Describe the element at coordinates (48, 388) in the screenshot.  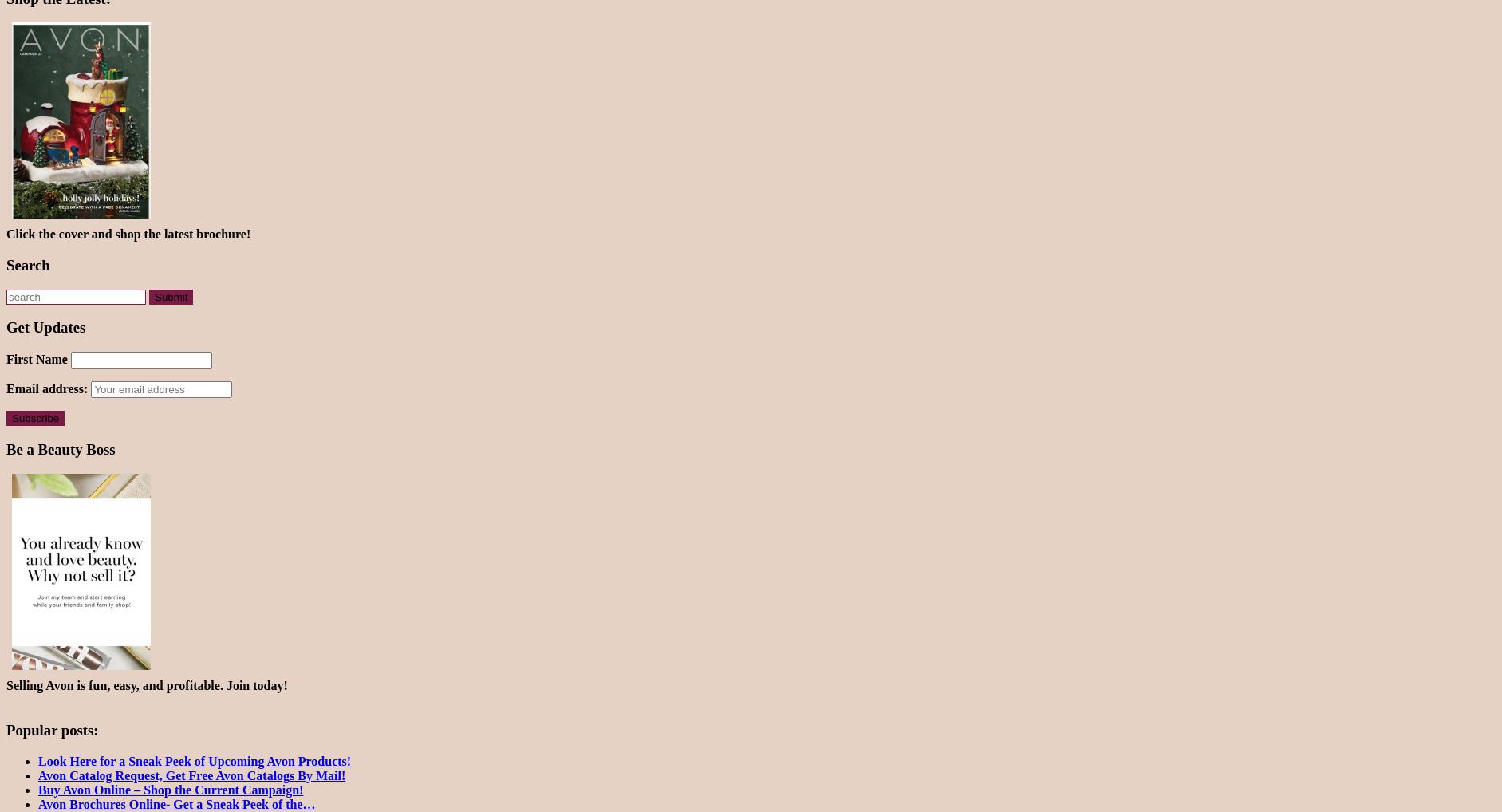
I see `'Email address:'` at that location.